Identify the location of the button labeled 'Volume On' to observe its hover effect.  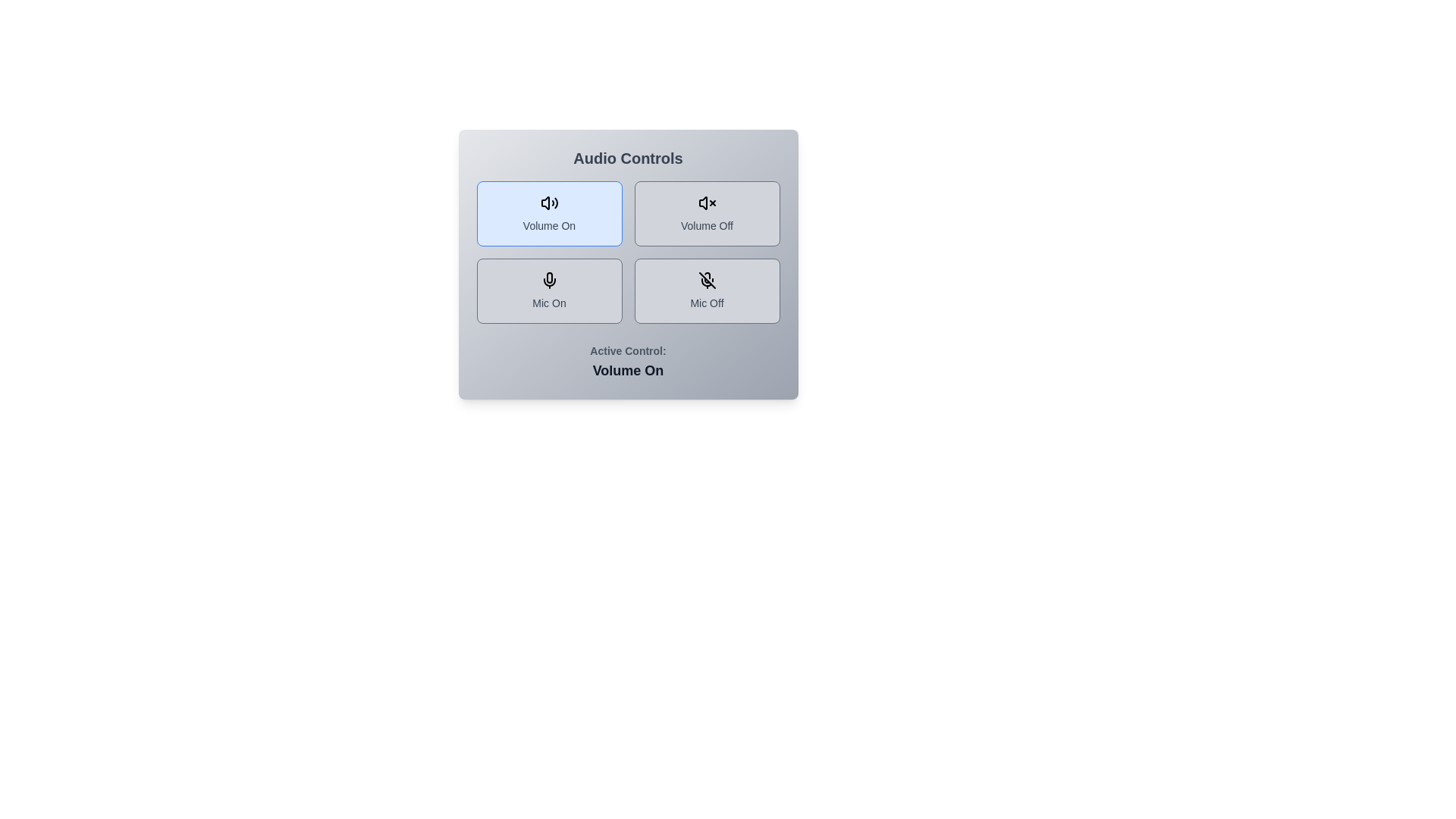
(548, 213).